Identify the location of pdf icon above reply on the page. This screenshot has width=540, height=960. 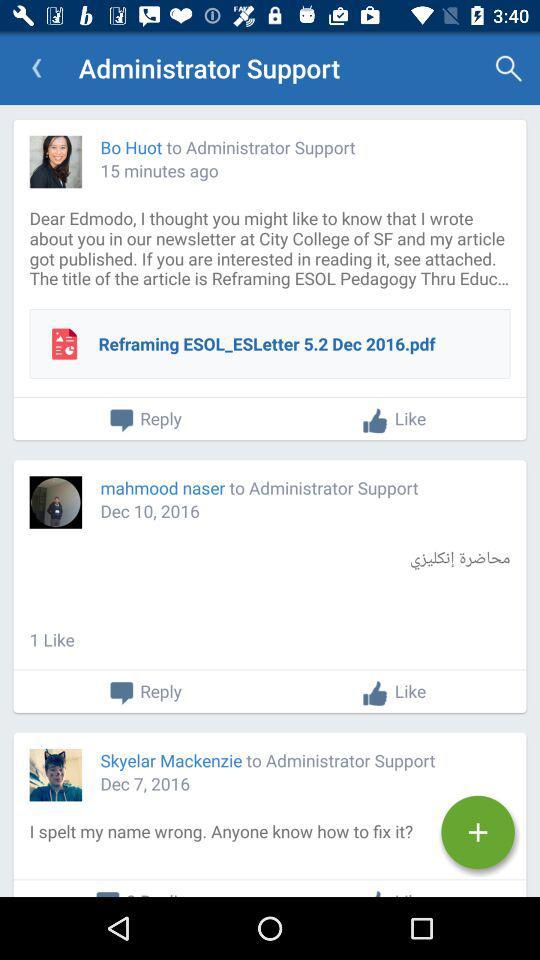
(64, 343).